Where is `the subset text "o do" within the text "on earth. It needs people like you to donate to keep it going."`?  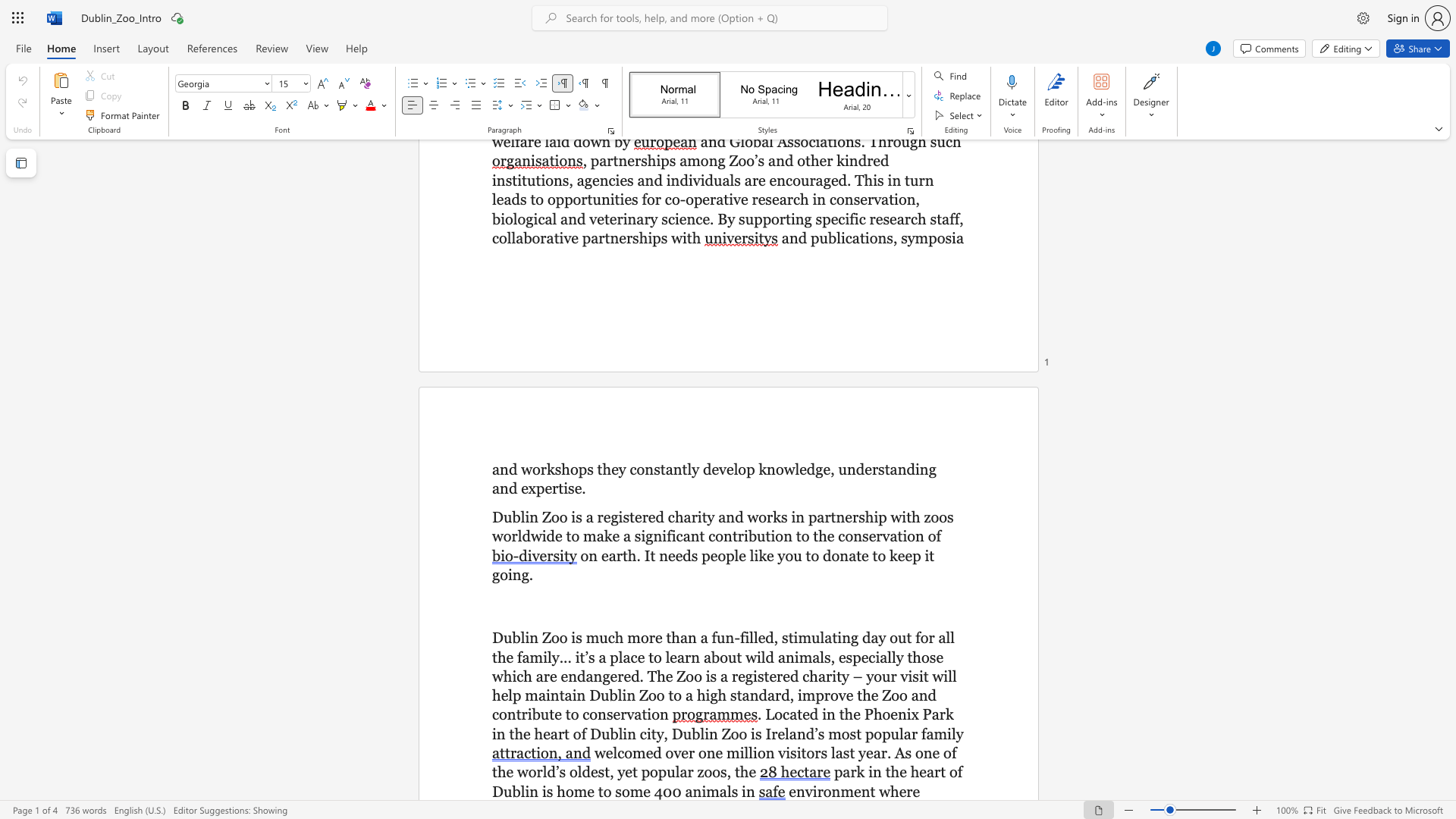 the subset text "o do" within the text "on earth. It needs people like you to donate to keep it going." is located at coordinates (810, 555).